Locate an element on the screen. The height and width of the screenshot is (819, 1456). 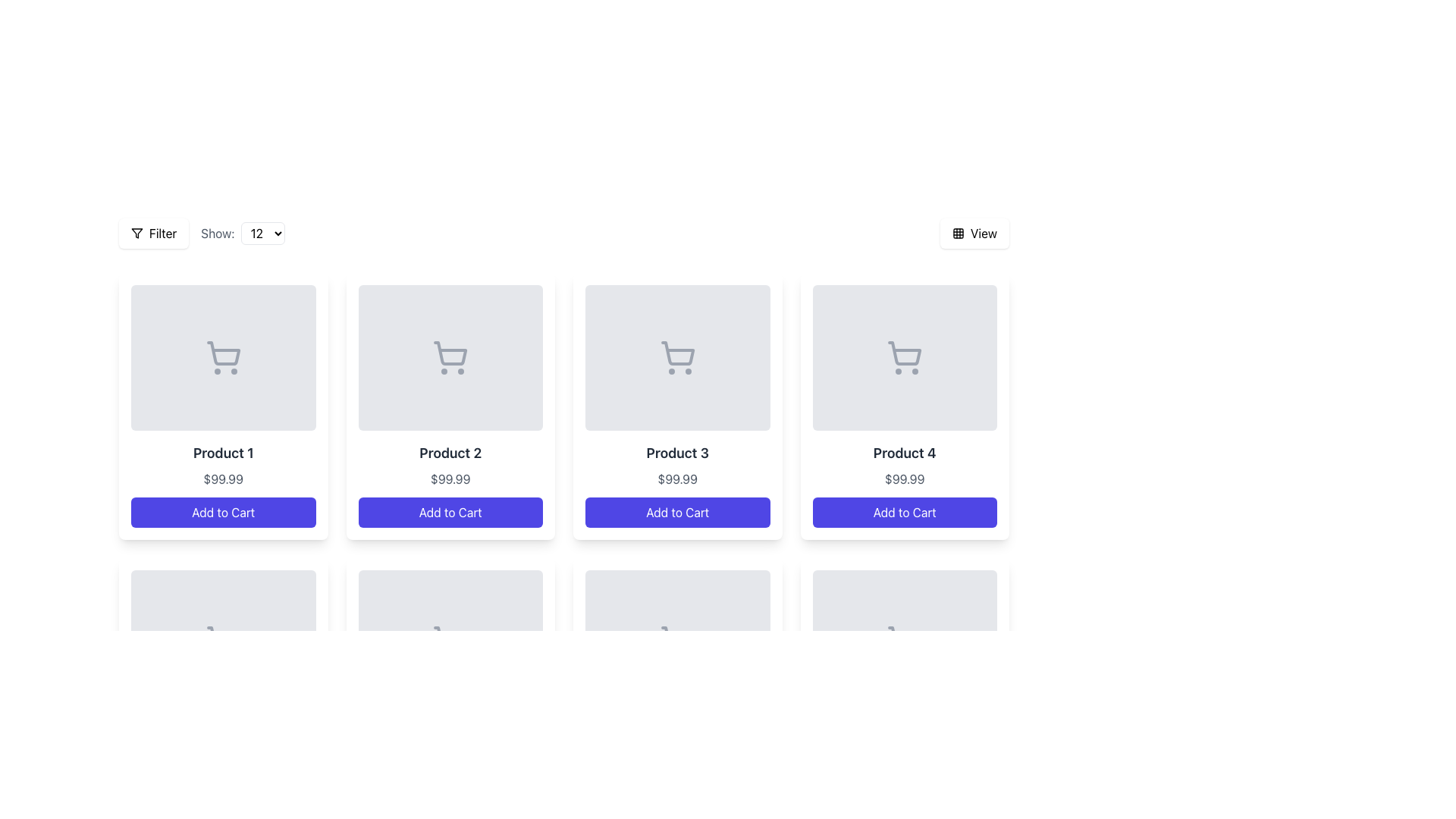
the shopping cart icon which is a vector graphic representation located above the 'Add to Cart' button in the product display grid is located at coordinates (450, 639).